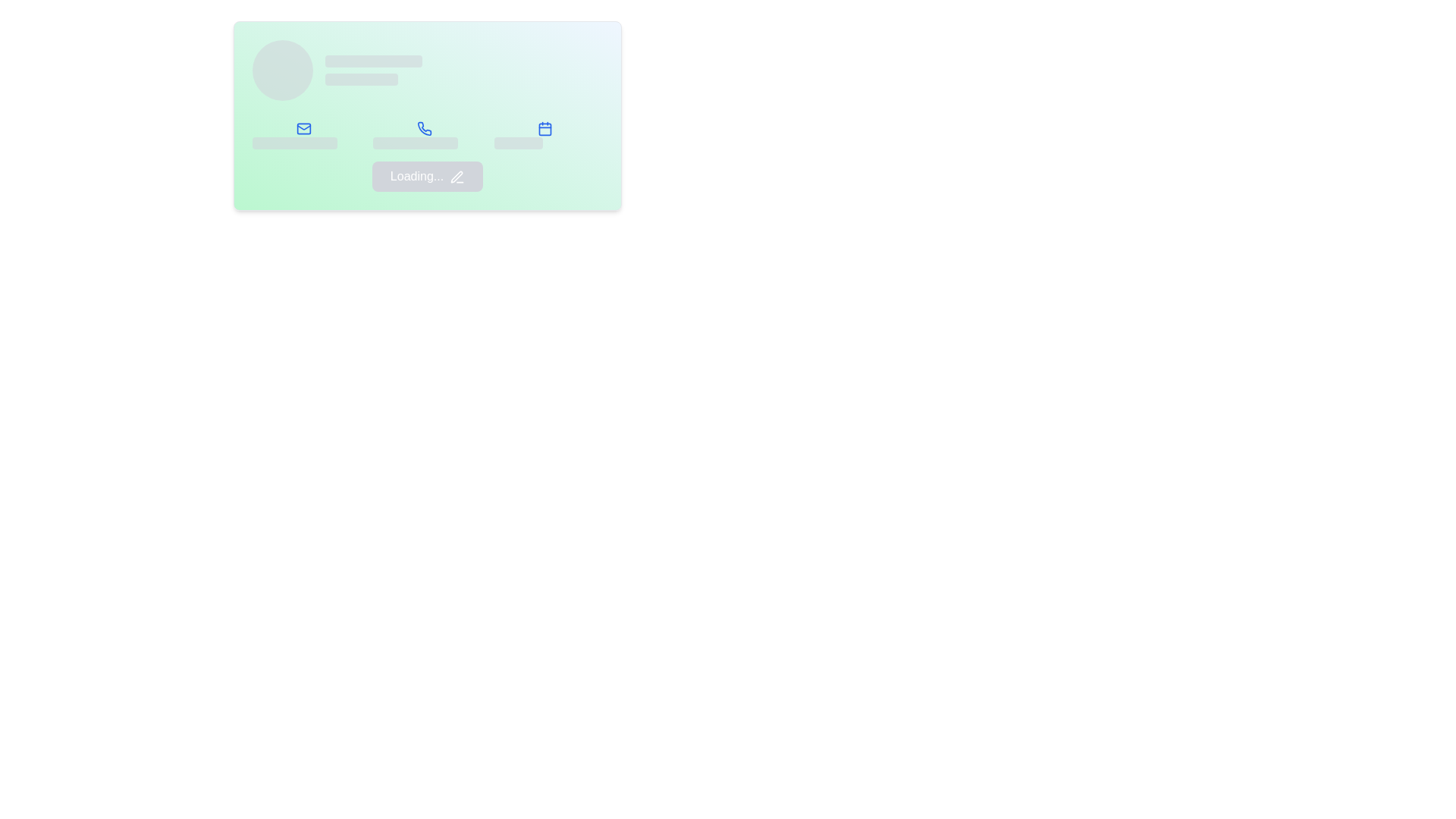 This screenshot has width=1456, height=819. I want to click on the graphical decoration within the calendar icon located in the top-right region of the interface, so click(545, 128).